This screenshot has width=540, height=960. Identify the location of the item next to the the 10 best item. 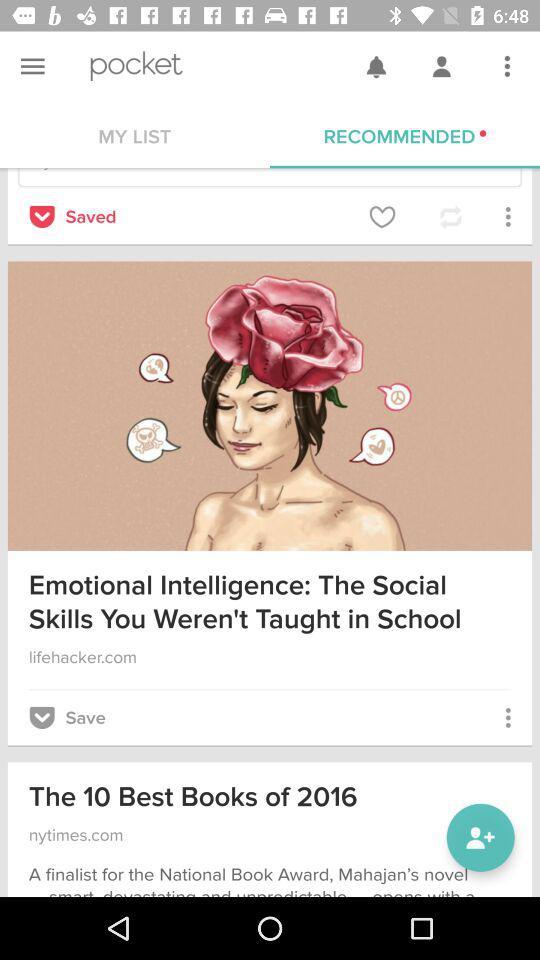
(479, 837).